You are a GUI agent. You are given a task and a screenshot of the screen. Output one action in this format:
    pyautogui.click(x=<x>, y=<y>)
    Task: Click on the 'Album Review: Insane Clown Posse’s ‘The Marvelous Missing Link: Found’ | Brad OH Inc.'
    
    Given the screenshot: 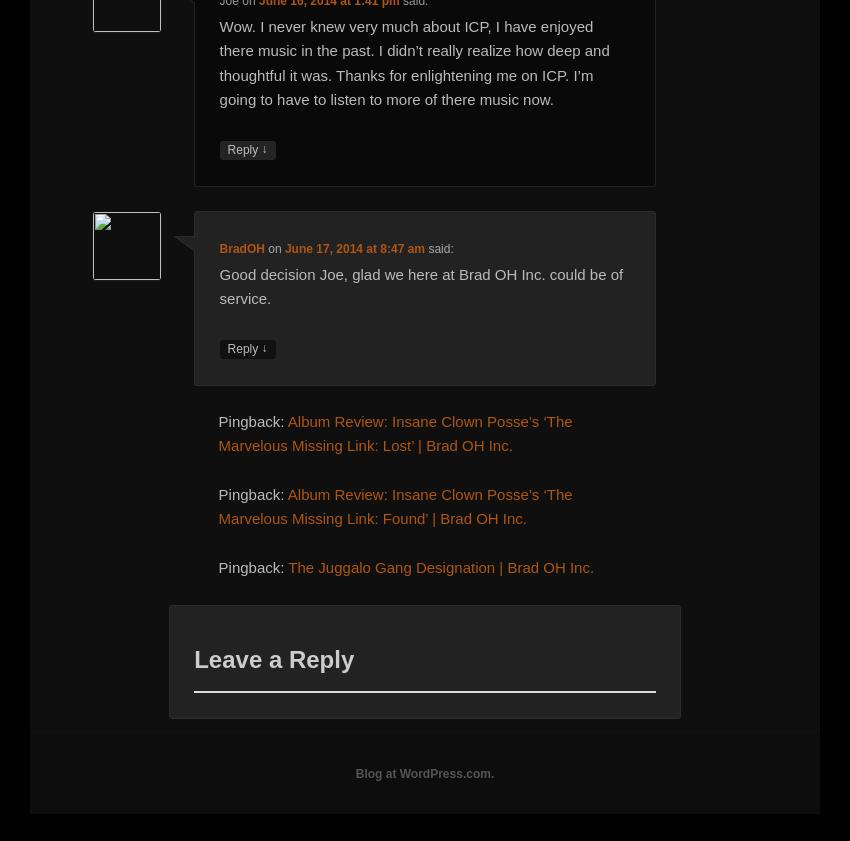 What is the action you would take?
    pyautogui.click(x=394, y=506)
    